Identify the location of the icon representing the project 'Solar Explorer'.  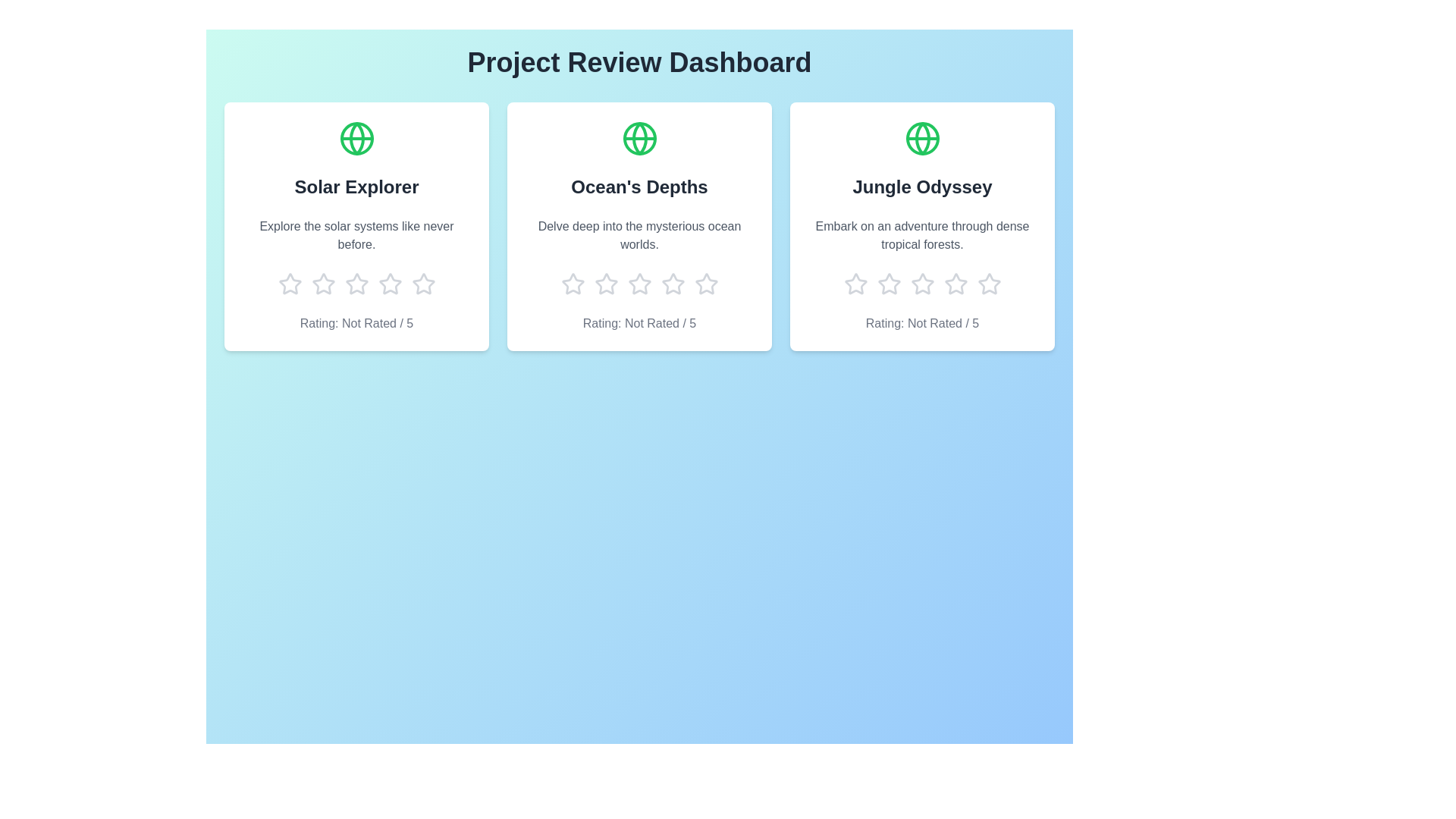
(356, 138).